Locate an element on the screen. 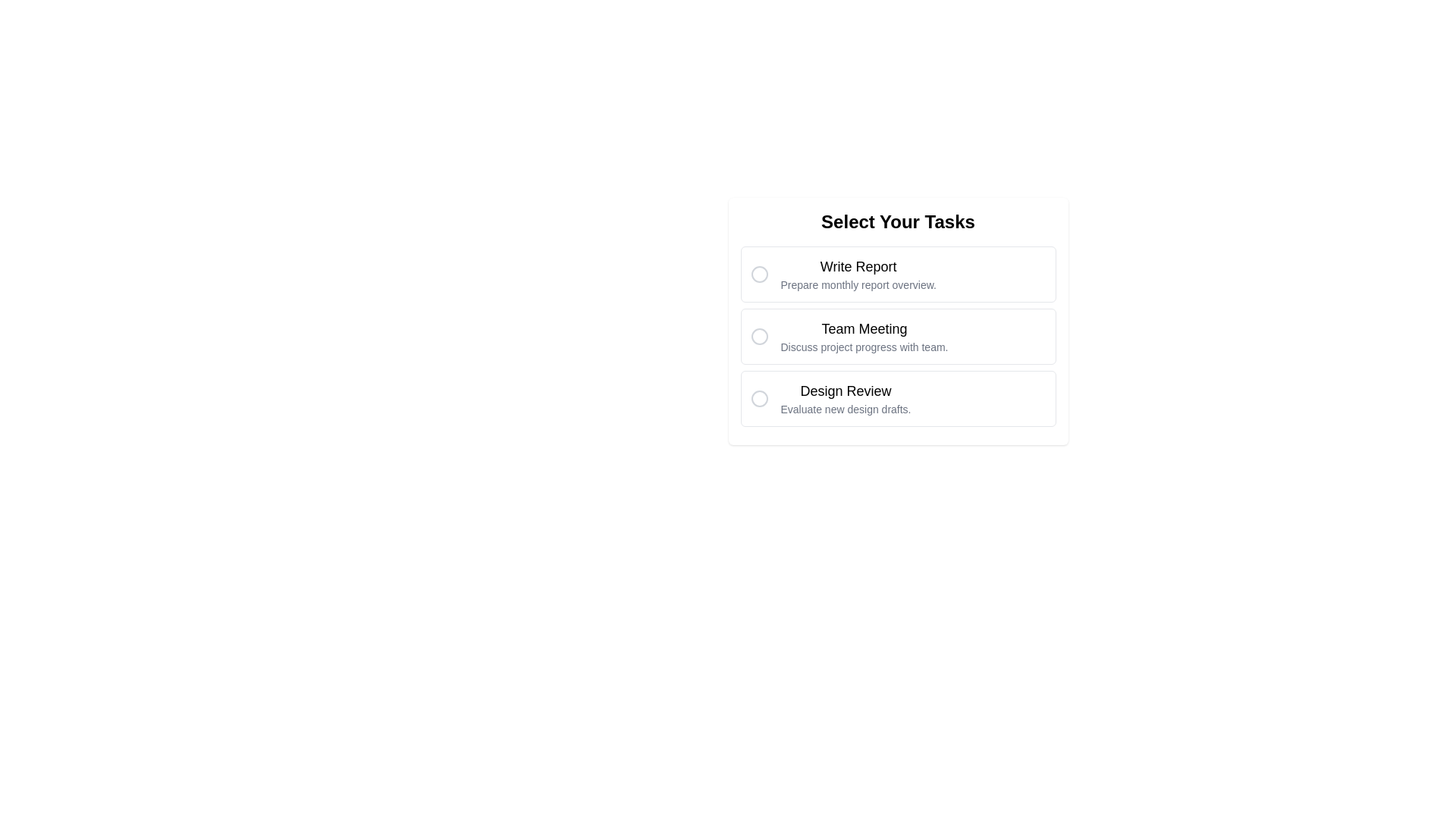  the selectable list item with a radio button labeled 'Design Review' is located at coordinates (898, 397).